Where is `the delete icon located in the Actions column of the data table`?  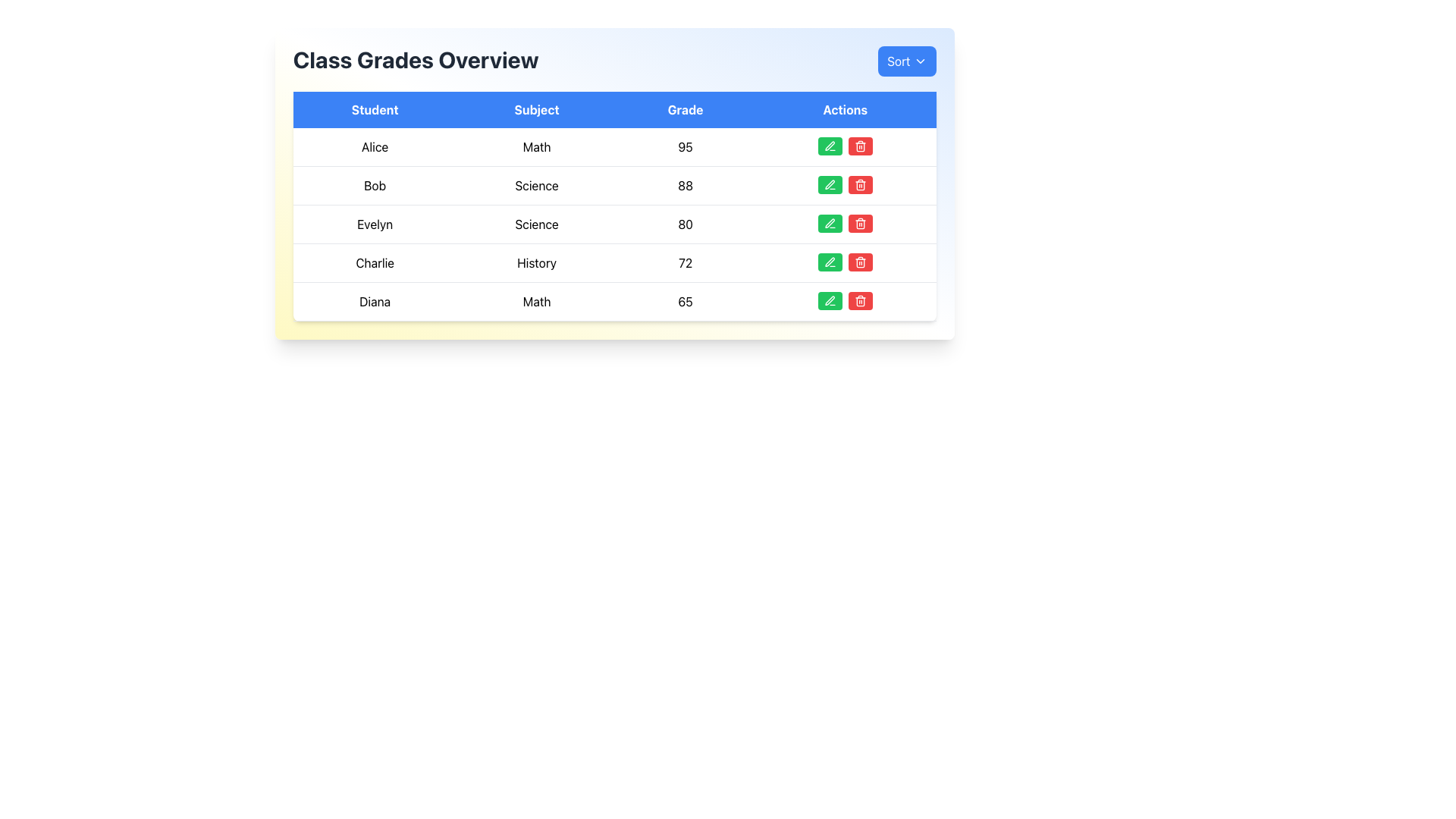
the delete icon located in the Actions column of the data table is located at coordinates (860, 301).